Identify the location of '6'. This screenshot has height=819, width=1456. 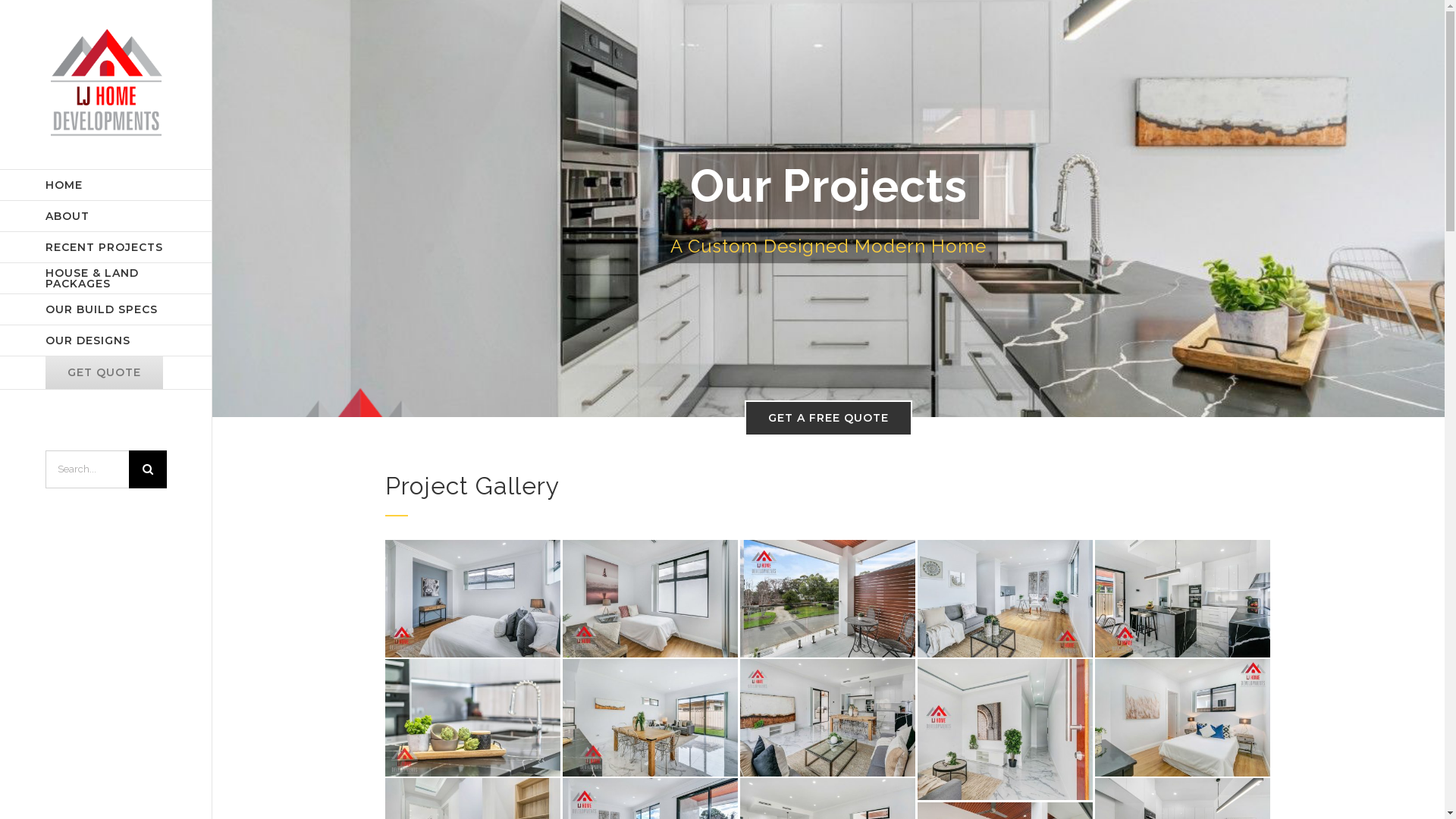
(650, 717).